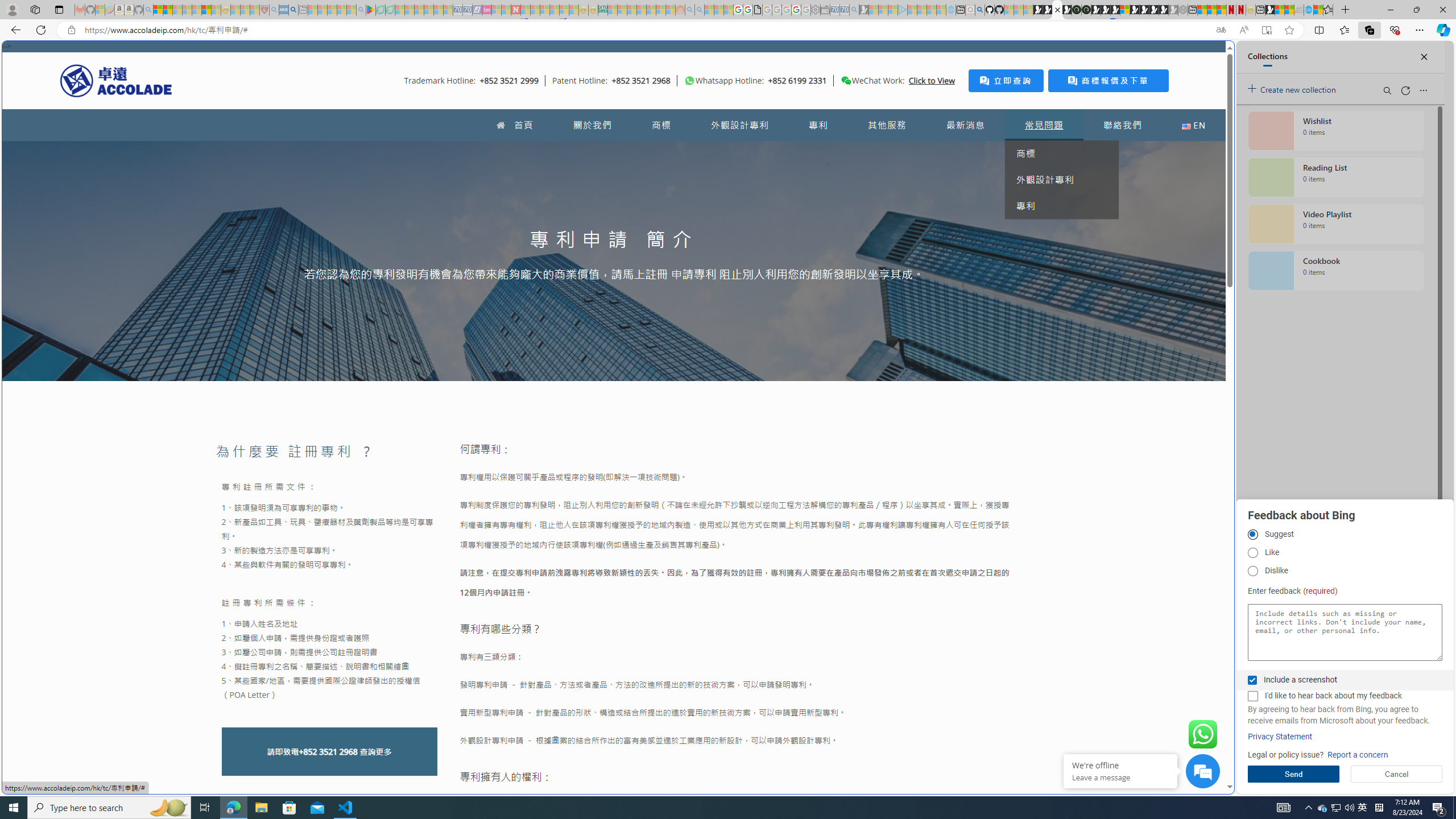 The image size is (1456, 819). Describe the element at coordinates (1252, 696) in the screenshot. I see `'I'` at that location.